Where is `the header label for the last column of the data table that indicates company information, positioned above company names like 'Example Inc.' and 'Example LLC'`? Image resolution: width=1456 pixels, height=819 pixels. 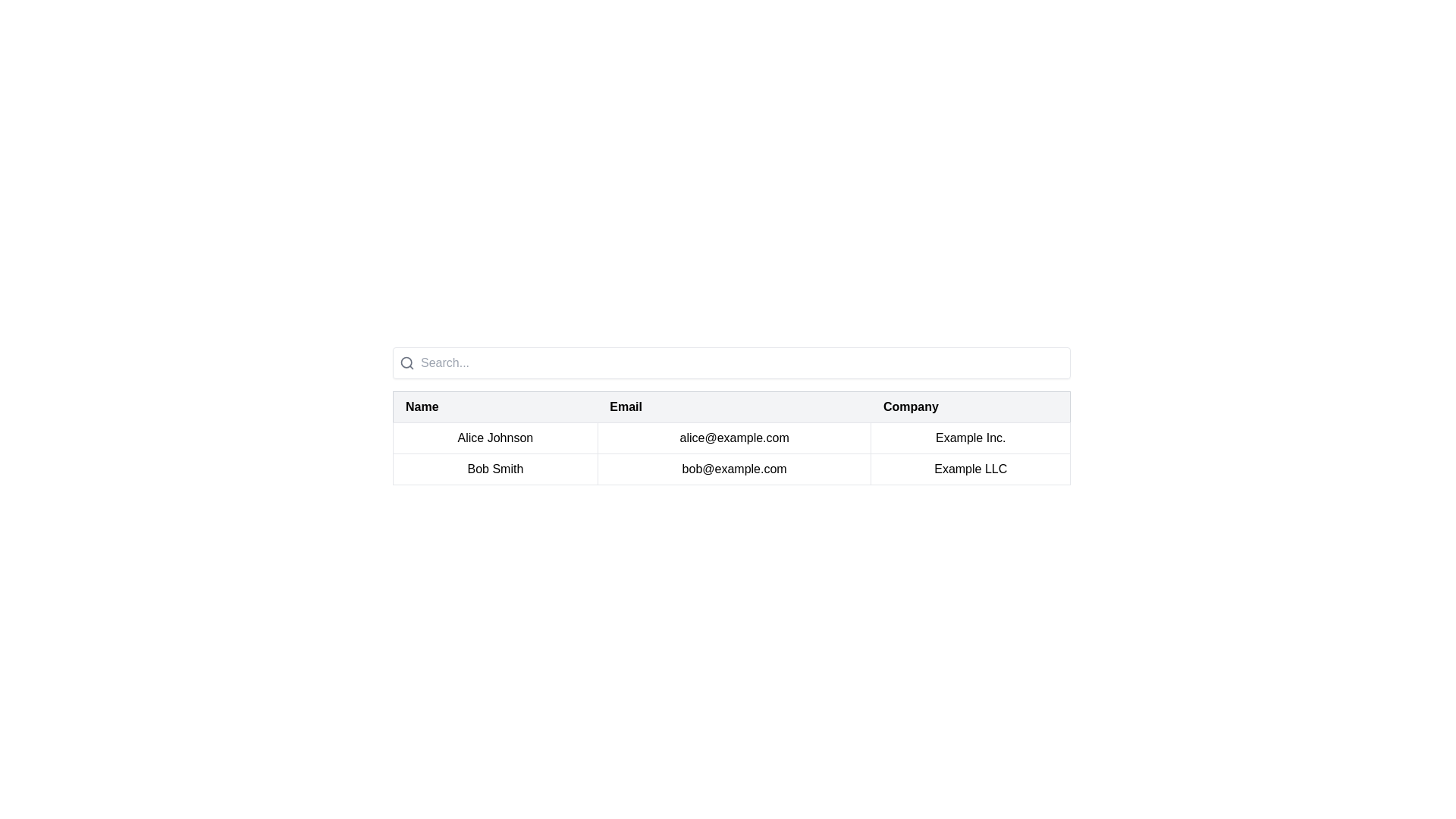
the header label for the last column of the data table that indicates company information, positioned above company names like 'Example Inc.' and 'Example LLC' is located at coordinates (910, 406).